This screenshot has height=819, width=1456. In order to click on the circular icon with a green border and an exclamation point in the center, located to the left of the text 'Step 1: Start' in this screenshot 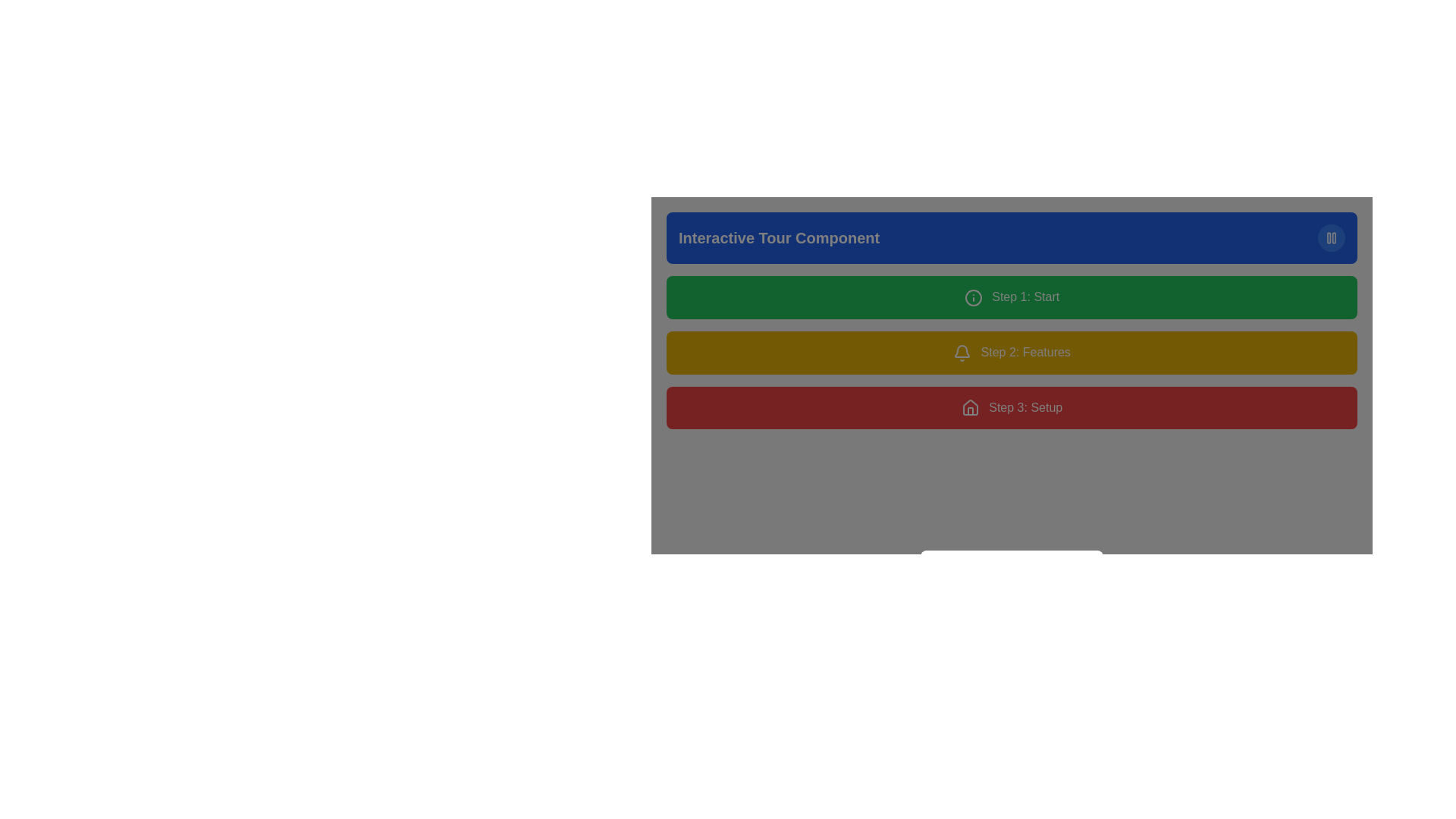, I will do `click(973, 297)`.